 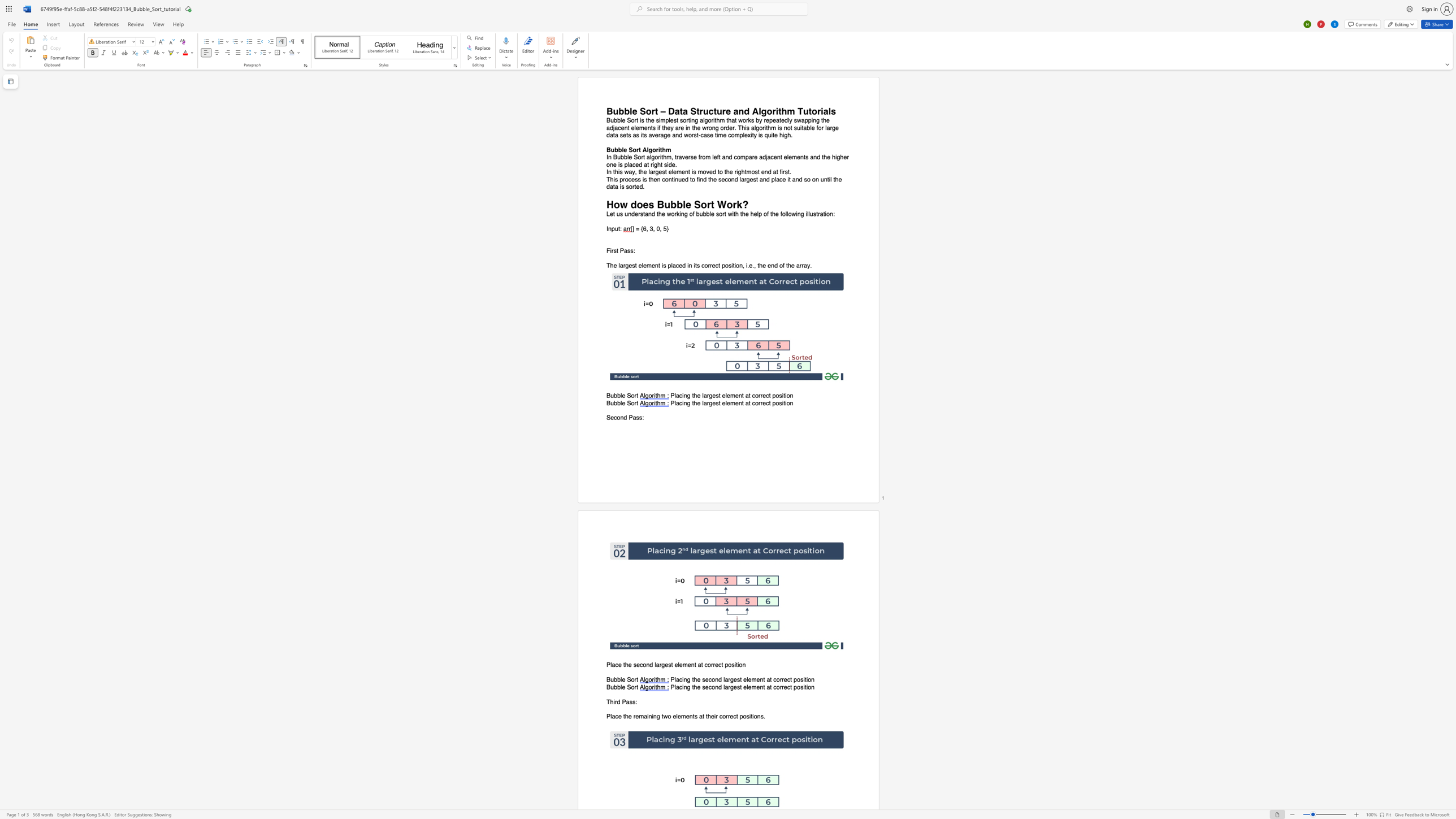 I want to click on the space between the continuous character "u" and "e" in the text, so click(x=681, y=179).